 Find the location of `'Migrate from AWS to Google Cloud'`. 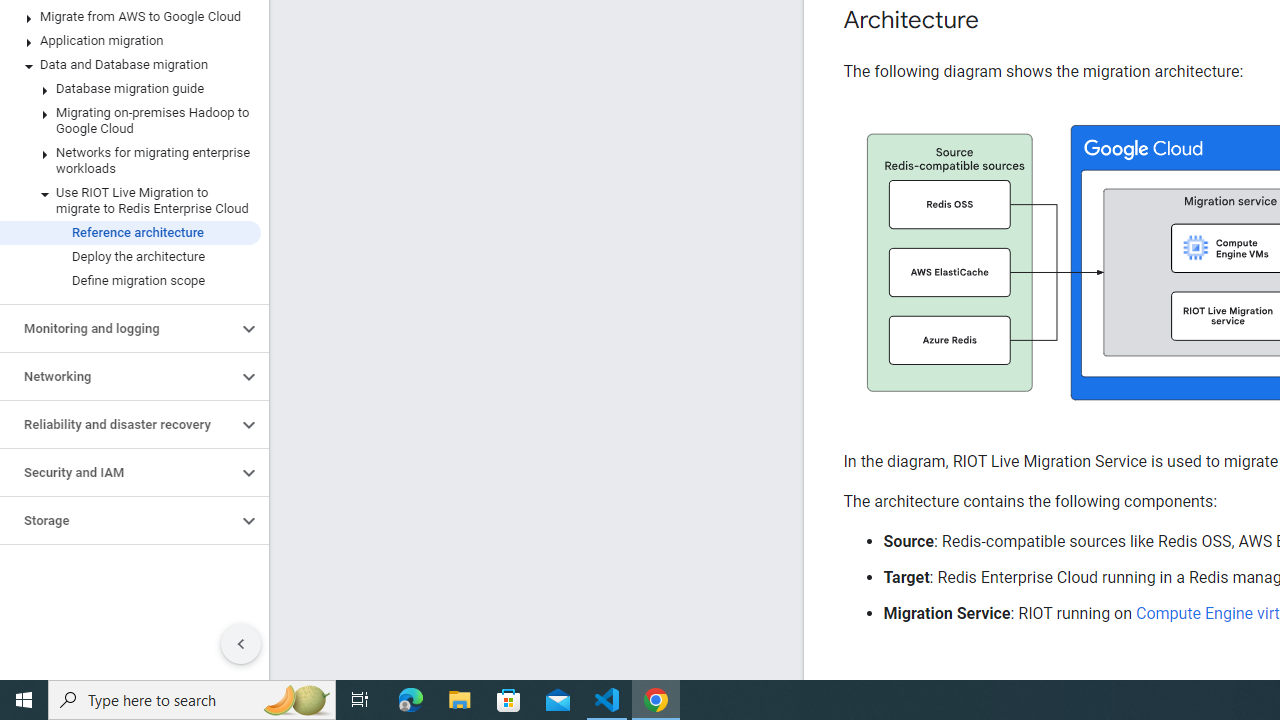

'Migrate from AWS to Google Cloud' is located at coordinates (129, 16).